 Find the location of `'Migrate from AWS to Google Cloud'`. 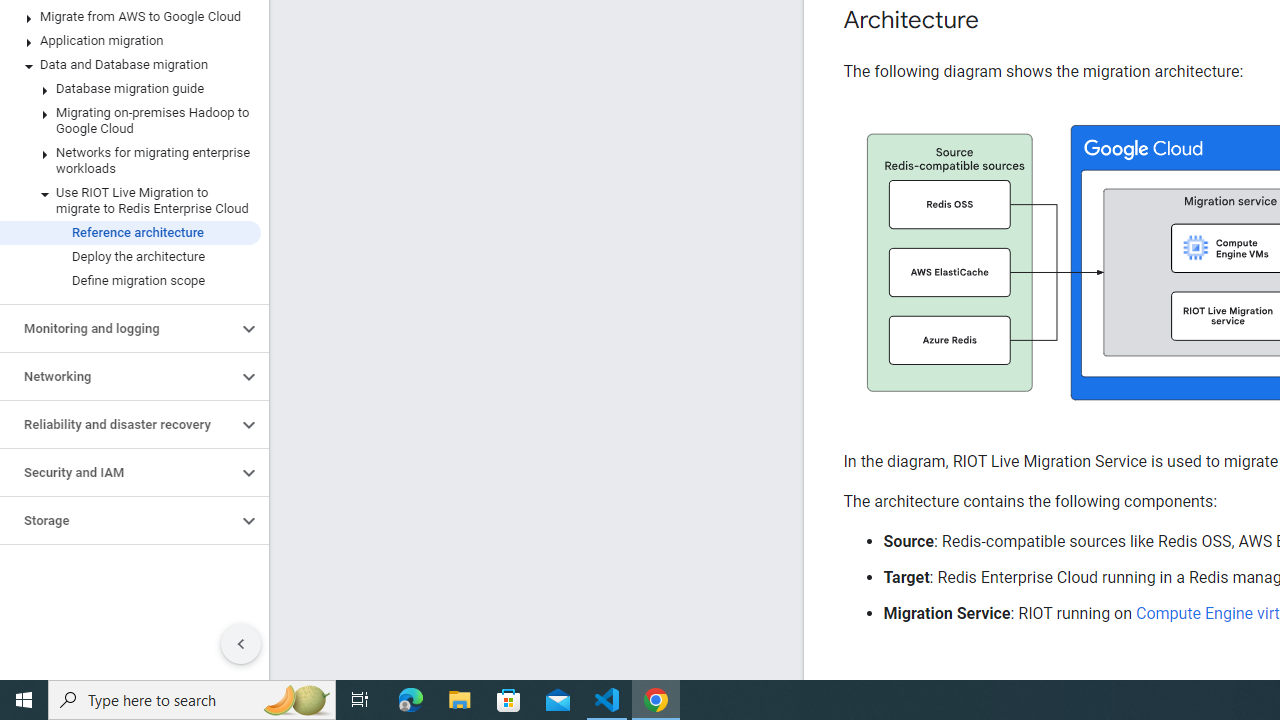

'Migrate from AWS to Google Cloud' is located at coordinates (129, 16).